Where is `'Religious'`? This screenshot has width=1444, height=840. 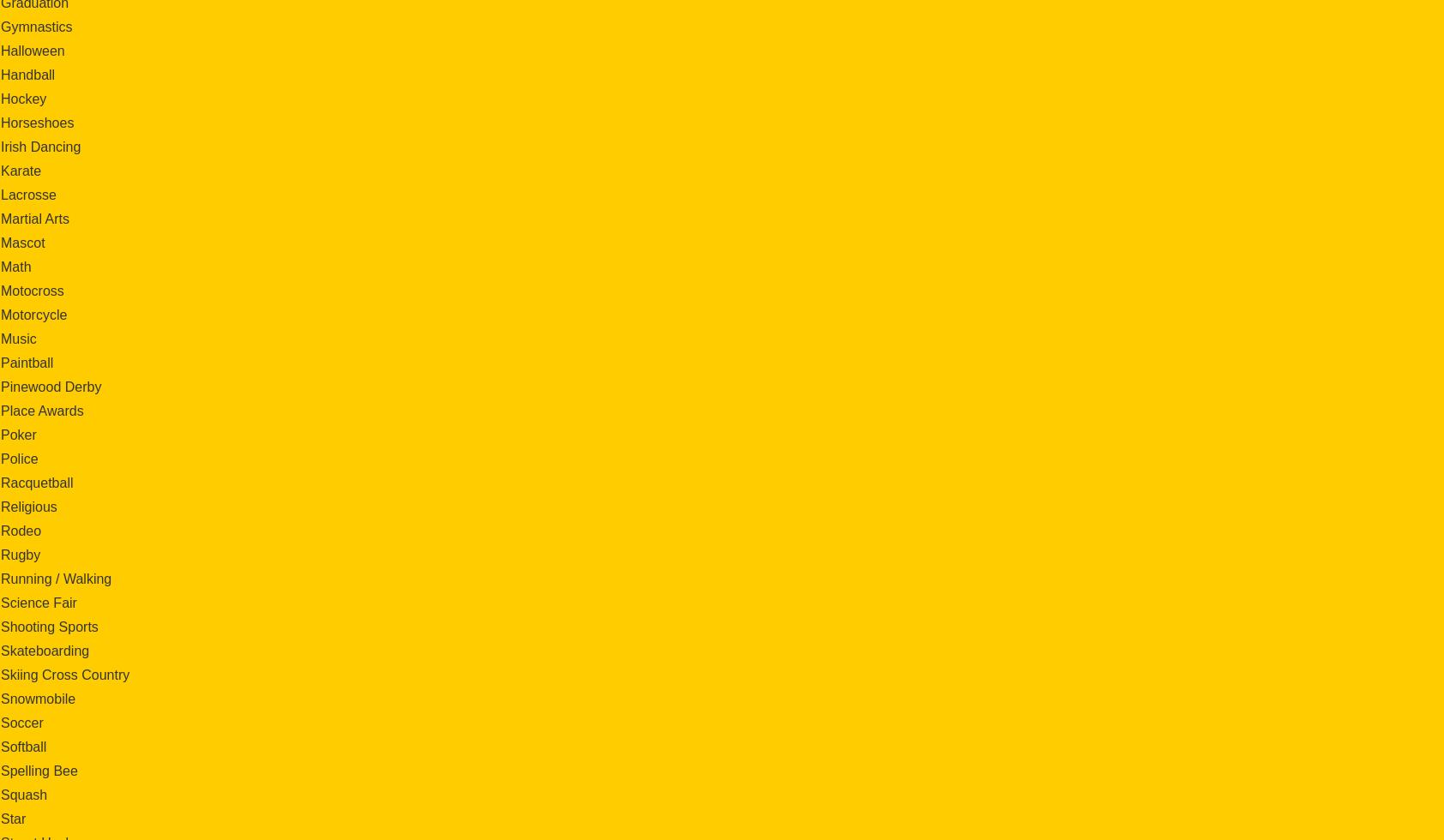
'Religious' is located at coordinates (27, 506).